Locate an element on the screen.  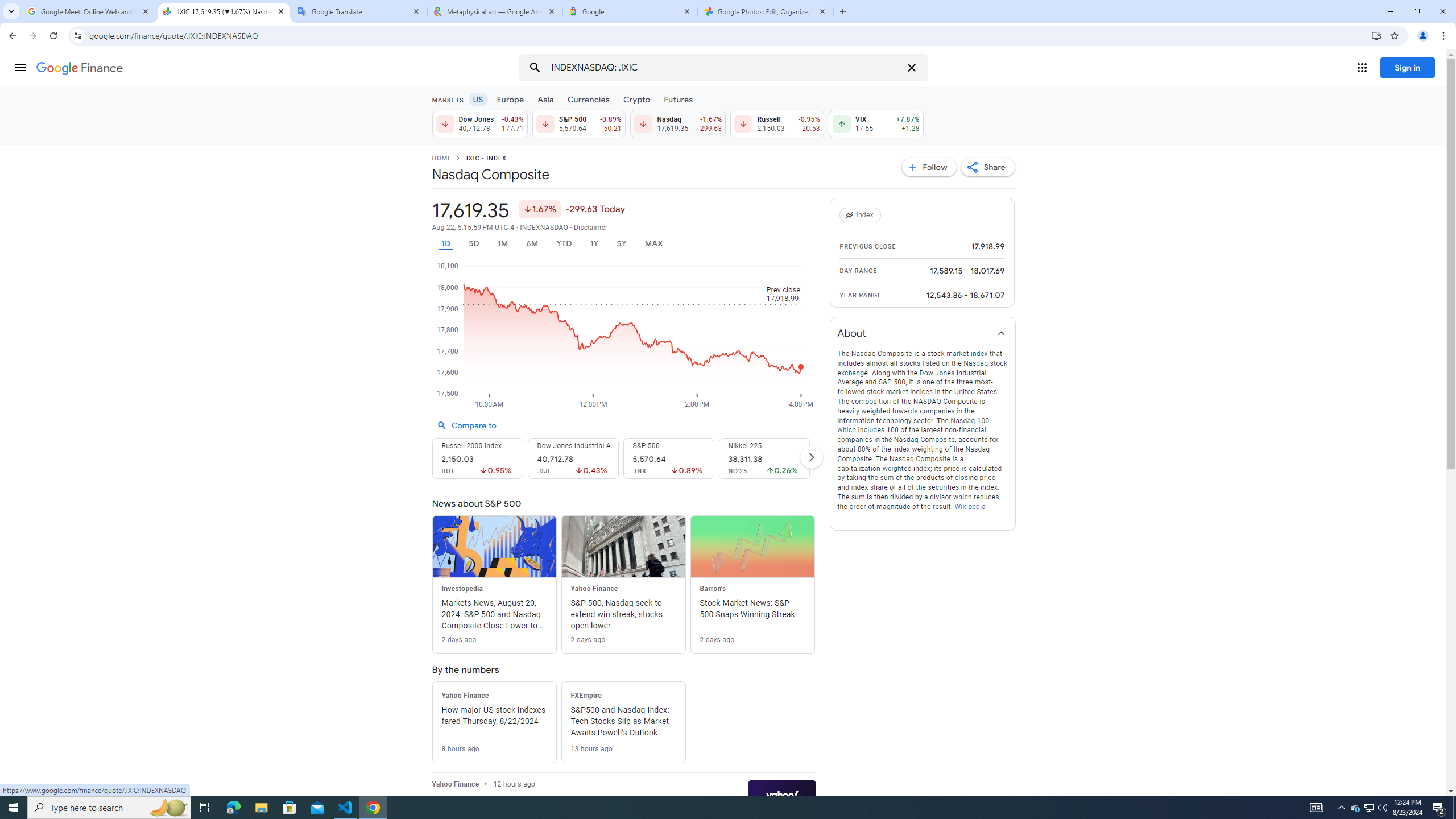
'MAX' is located at coordinates (653, 243).